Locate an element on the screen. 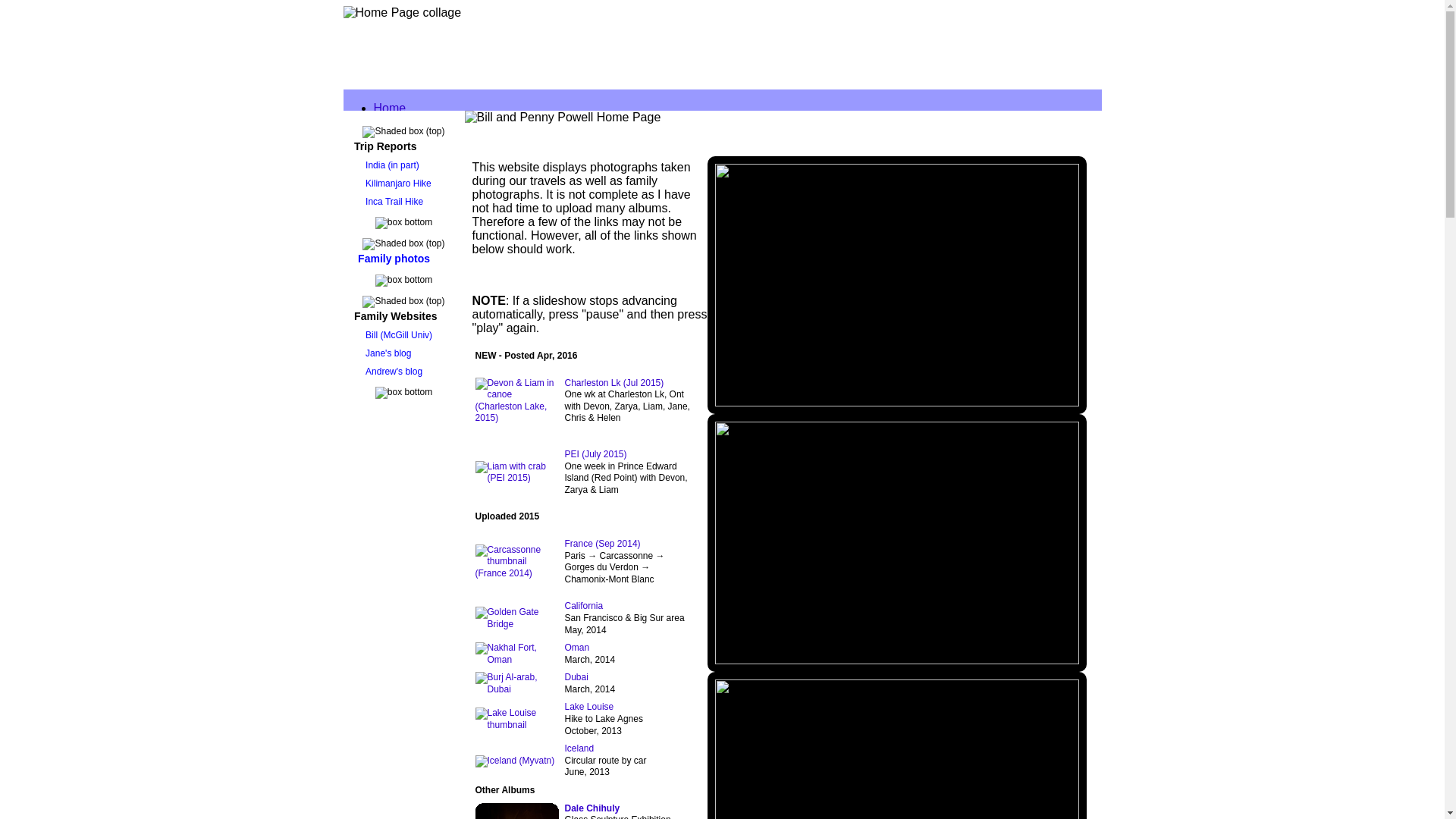 The image size is (1456, 819). 'France (Sep 2014)' is located at coordinates (601, 543).